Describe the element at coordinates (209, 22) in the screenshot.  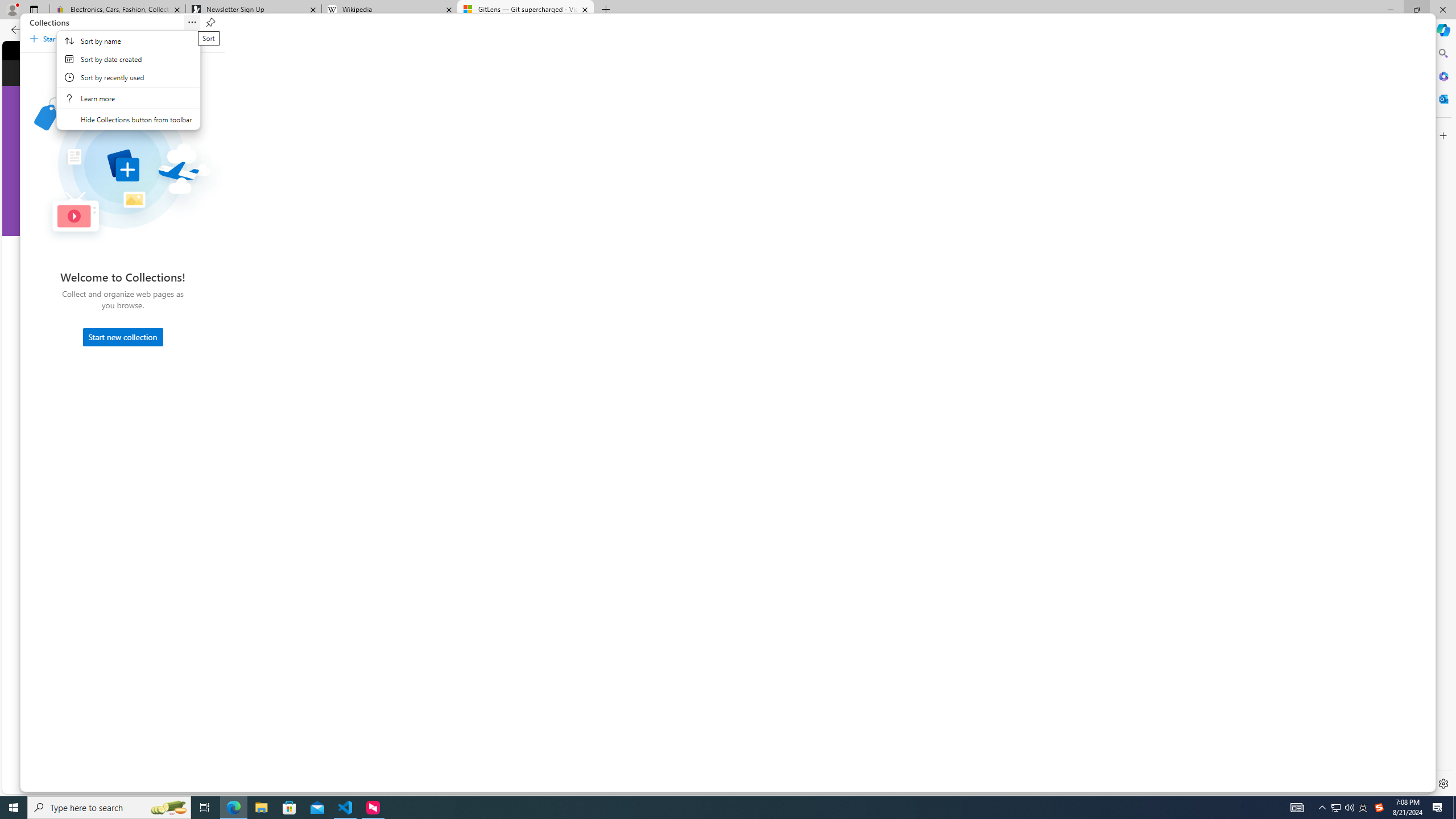
I see `'Pin Collections'` at that location.